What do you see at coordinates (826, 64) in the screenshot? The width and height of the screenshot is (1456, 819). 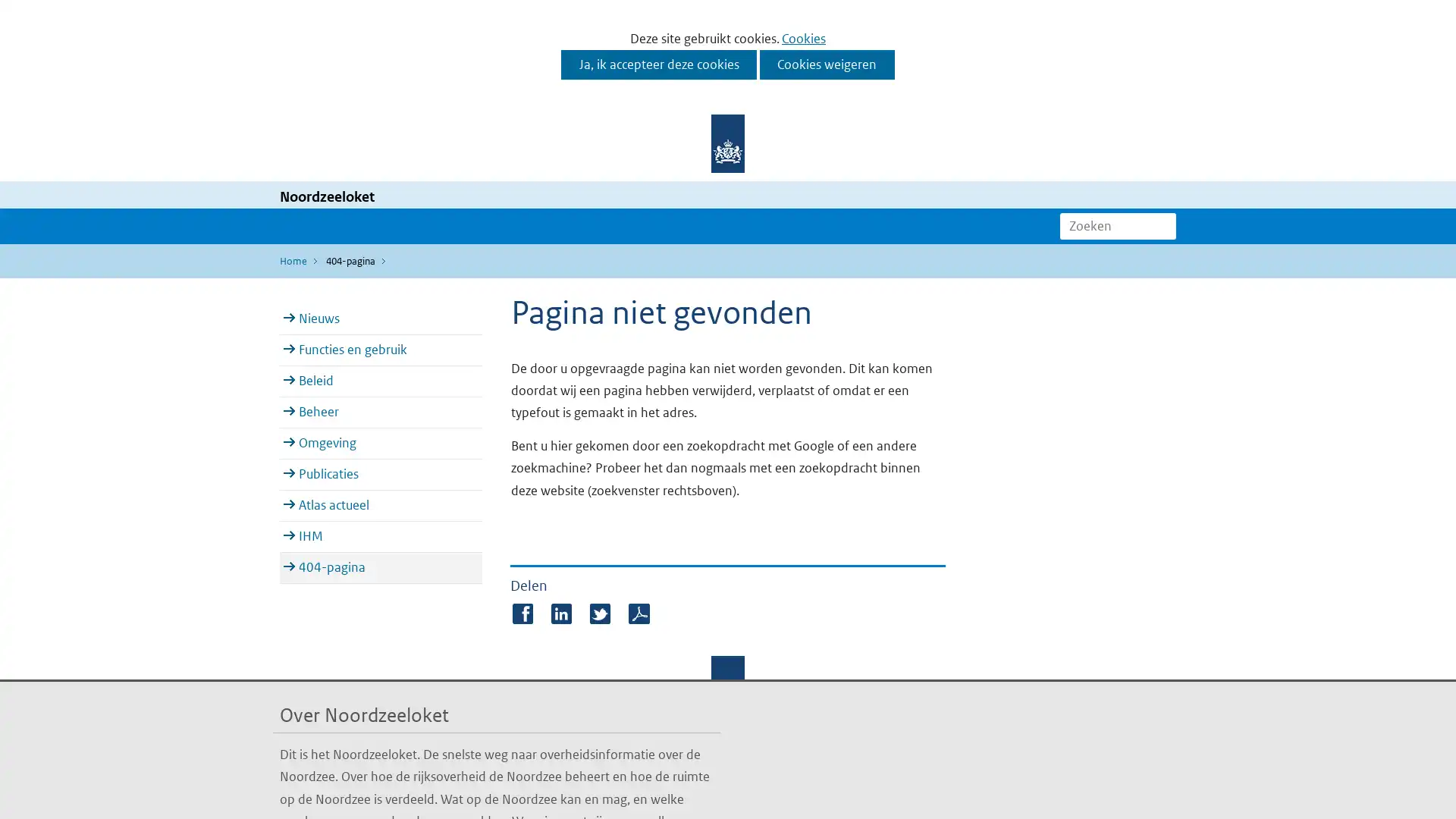 I see `Cookies weigeren` at bounding box center [826, 64].